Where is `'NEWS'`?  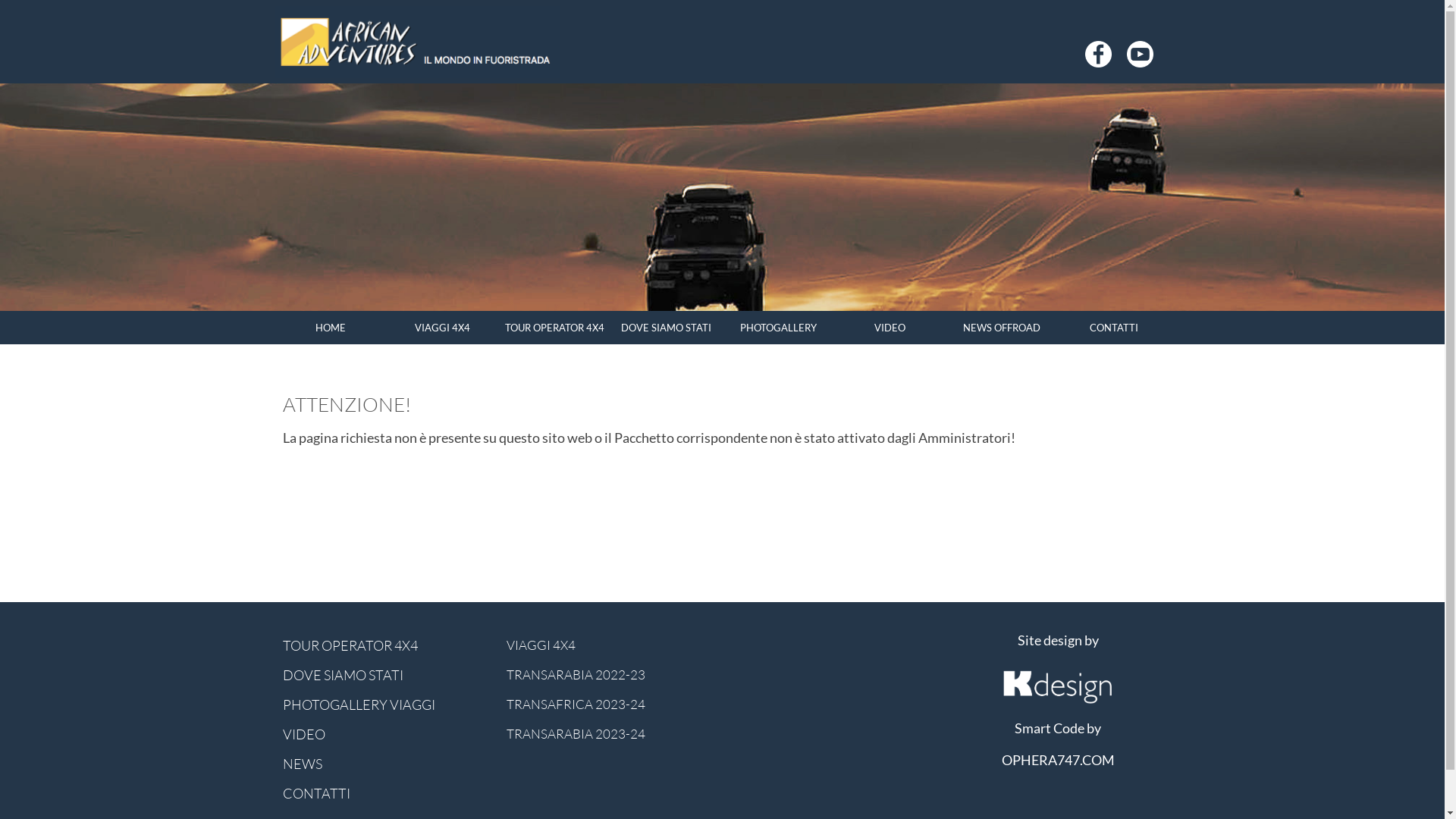 'NEWS' is located at coordinates (282, 763).